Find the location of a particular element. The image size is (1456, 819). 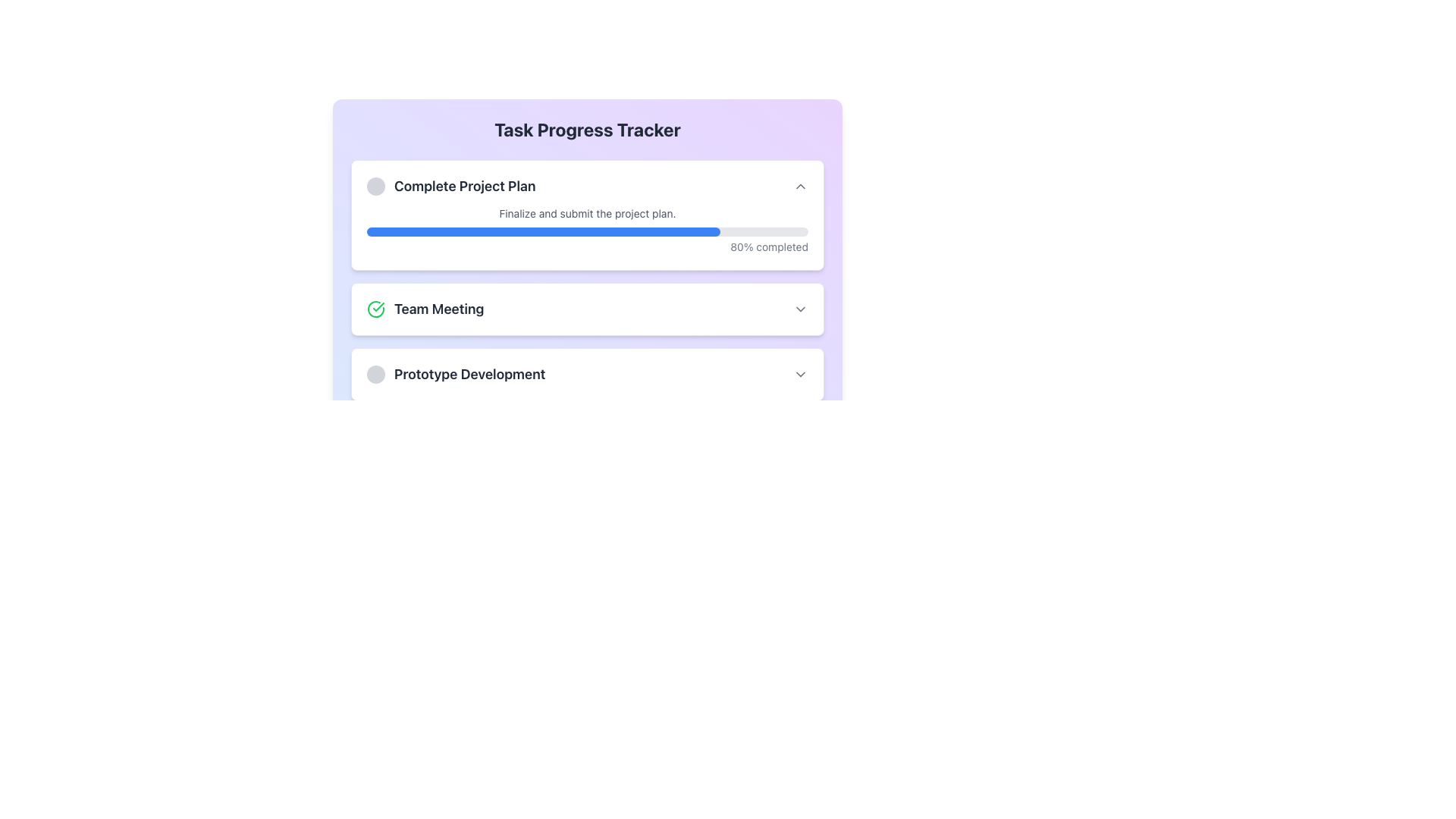

the small gray circular status indicator located to the left of the text label 'Prototype Development' in the third task card is located at coordinates (375, 374).